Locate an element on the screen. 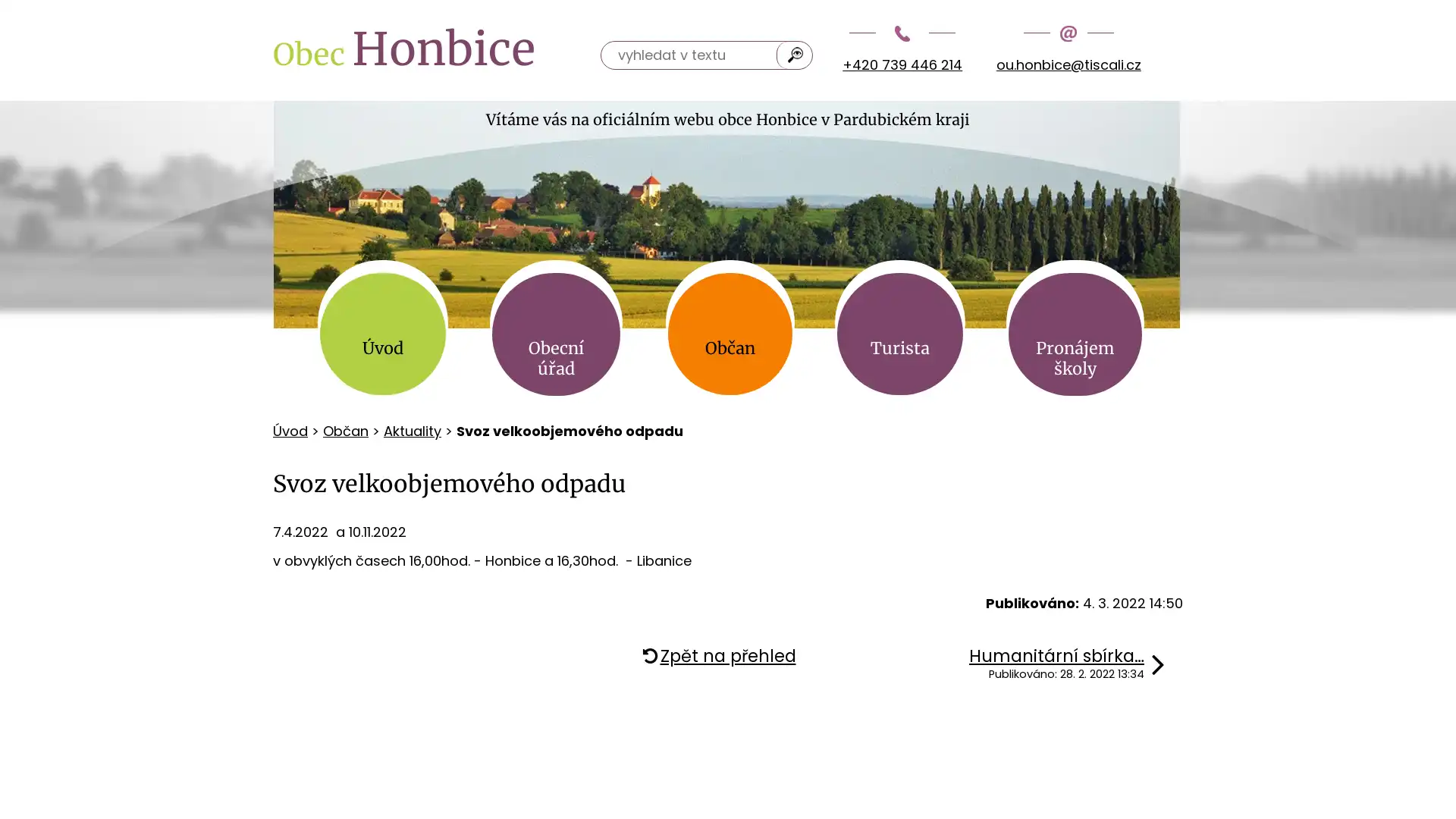  Hledat is located at coordinates (795, 54).